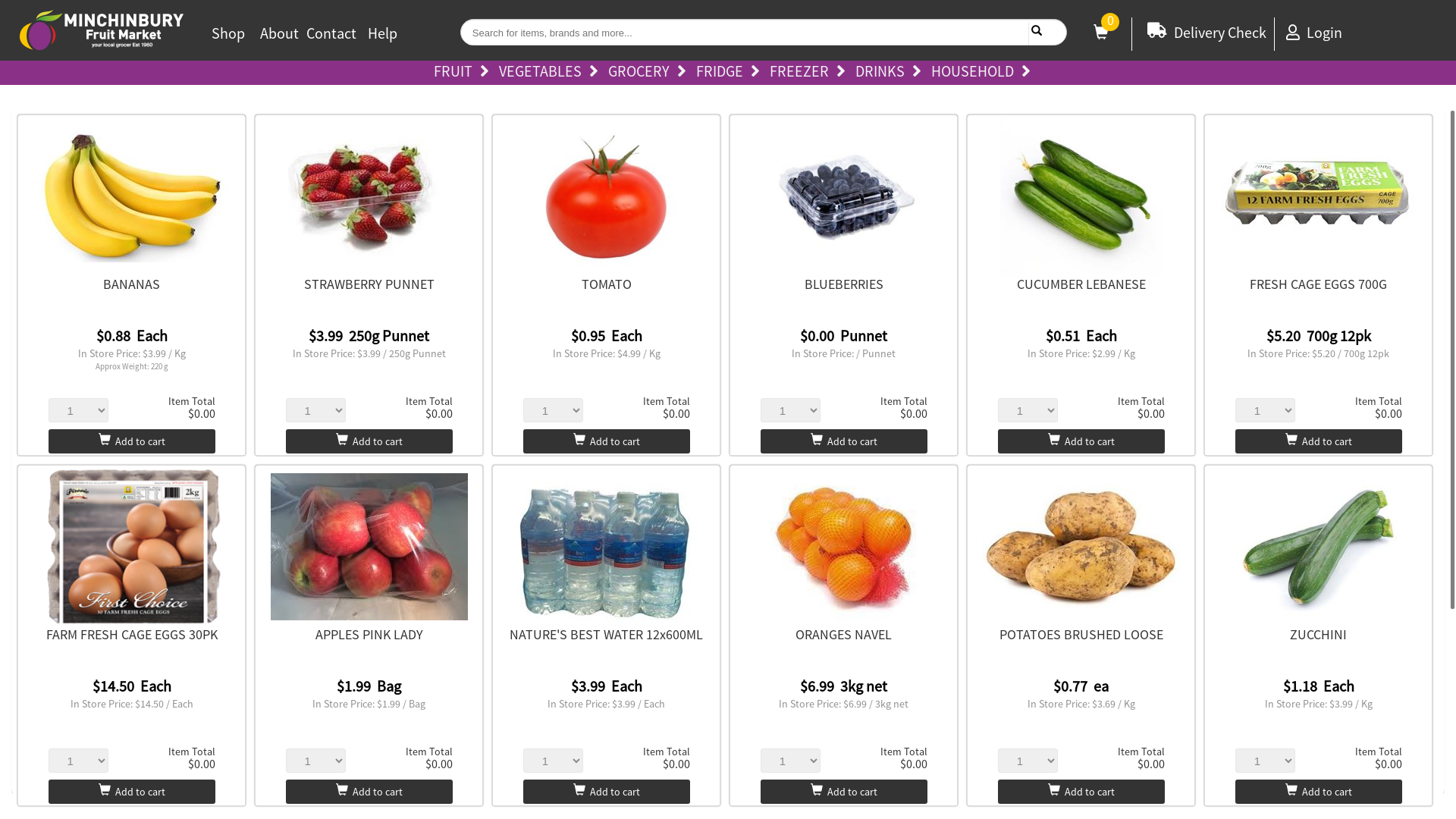 The image size is (1456, 819). What do you see at coordinates (210, 33) in the screenshot?
I see `'Shop'` at bounding box center [210, 33].